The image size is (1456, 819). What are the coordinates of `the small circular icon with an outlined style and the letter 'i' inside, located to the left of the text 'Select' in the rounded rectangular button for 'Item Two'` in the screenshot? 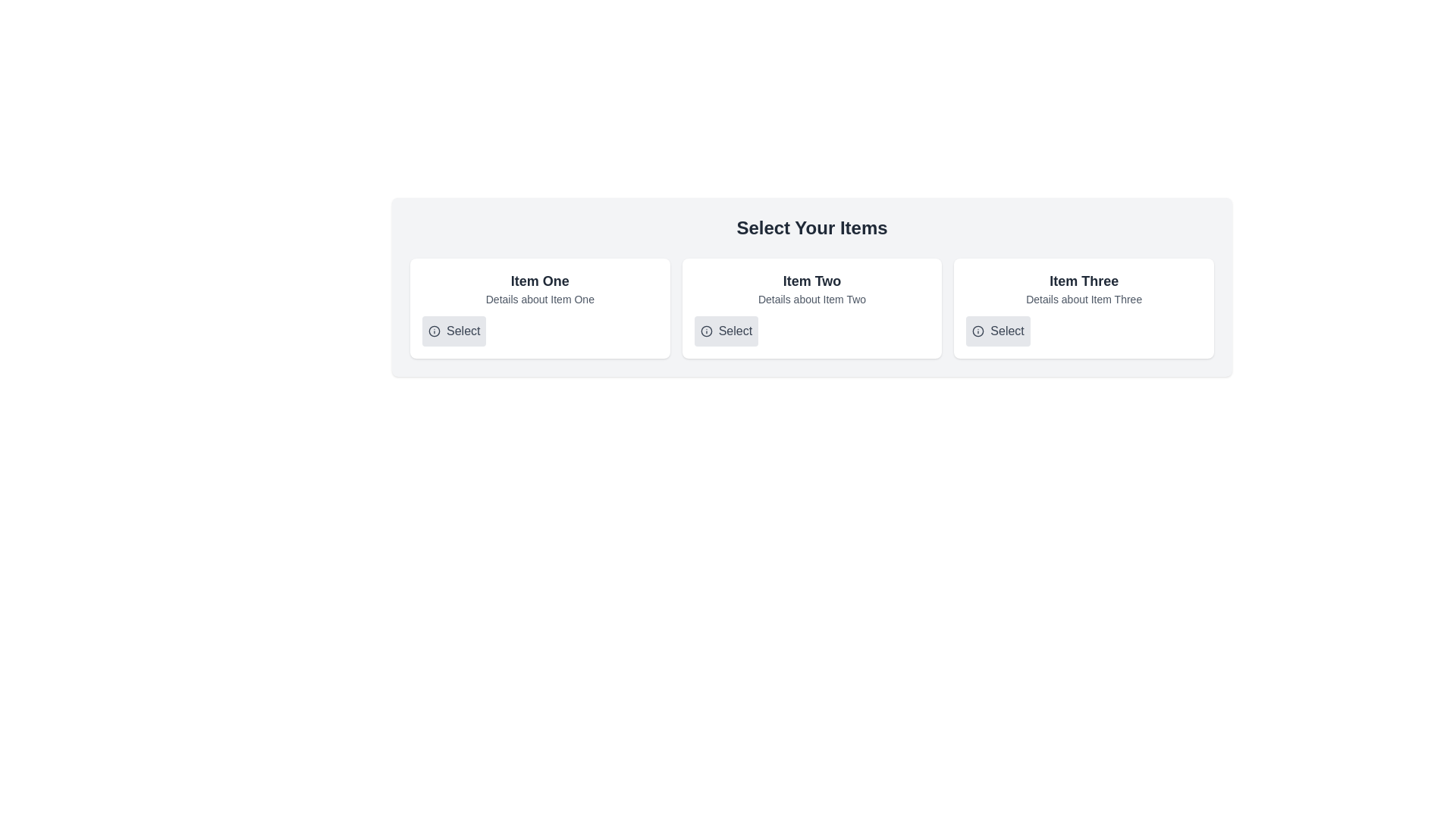 It's located at (705, 330).